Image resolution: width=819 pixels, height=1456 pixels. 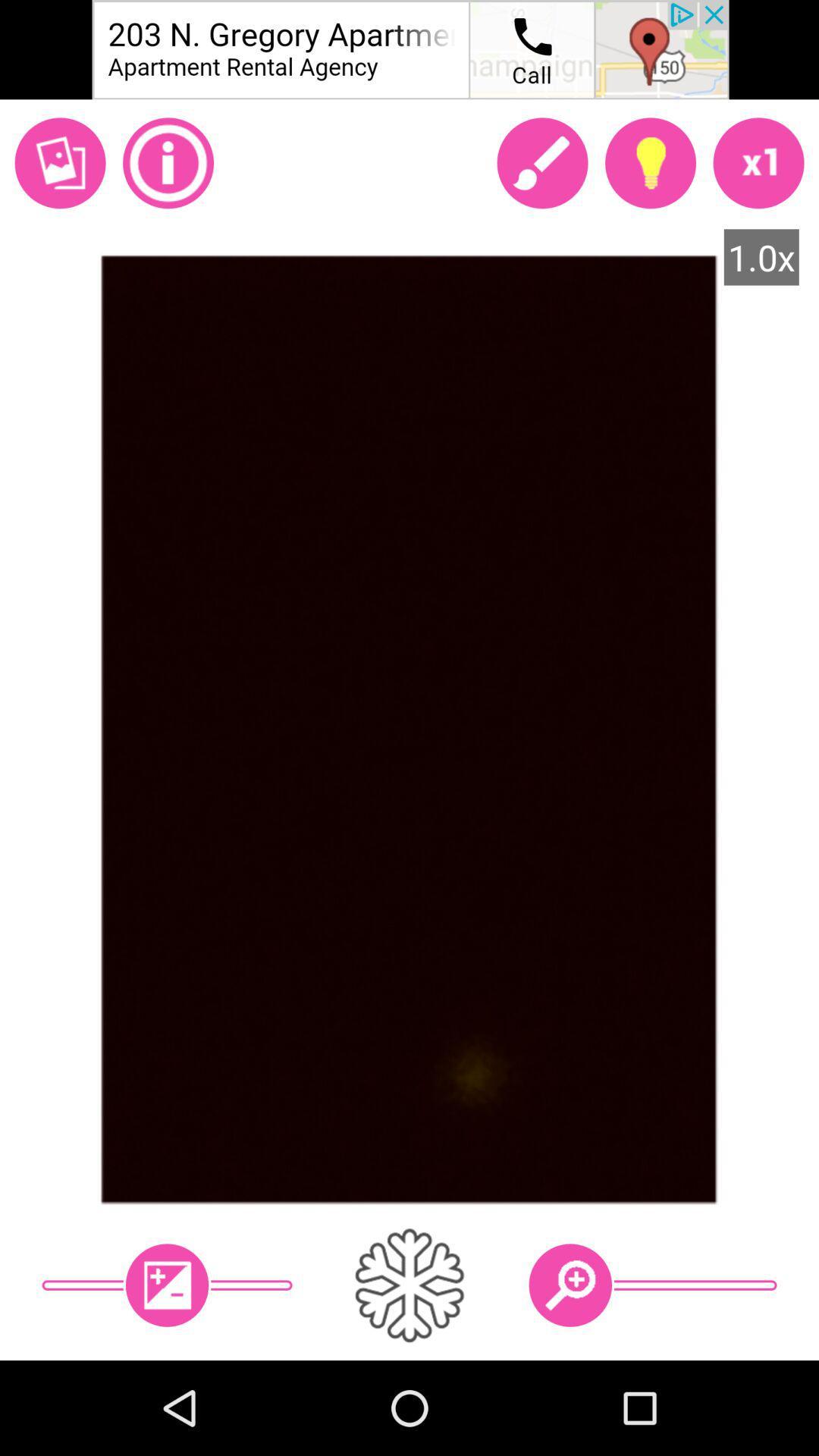 I want to click on advertised company, so click(x=409, y=49).